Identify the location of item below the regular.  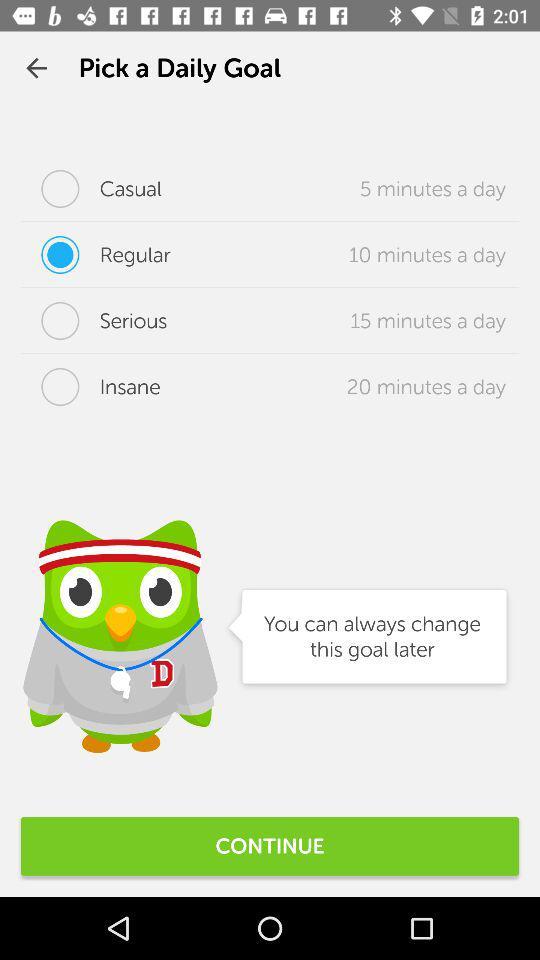
(93, 321).